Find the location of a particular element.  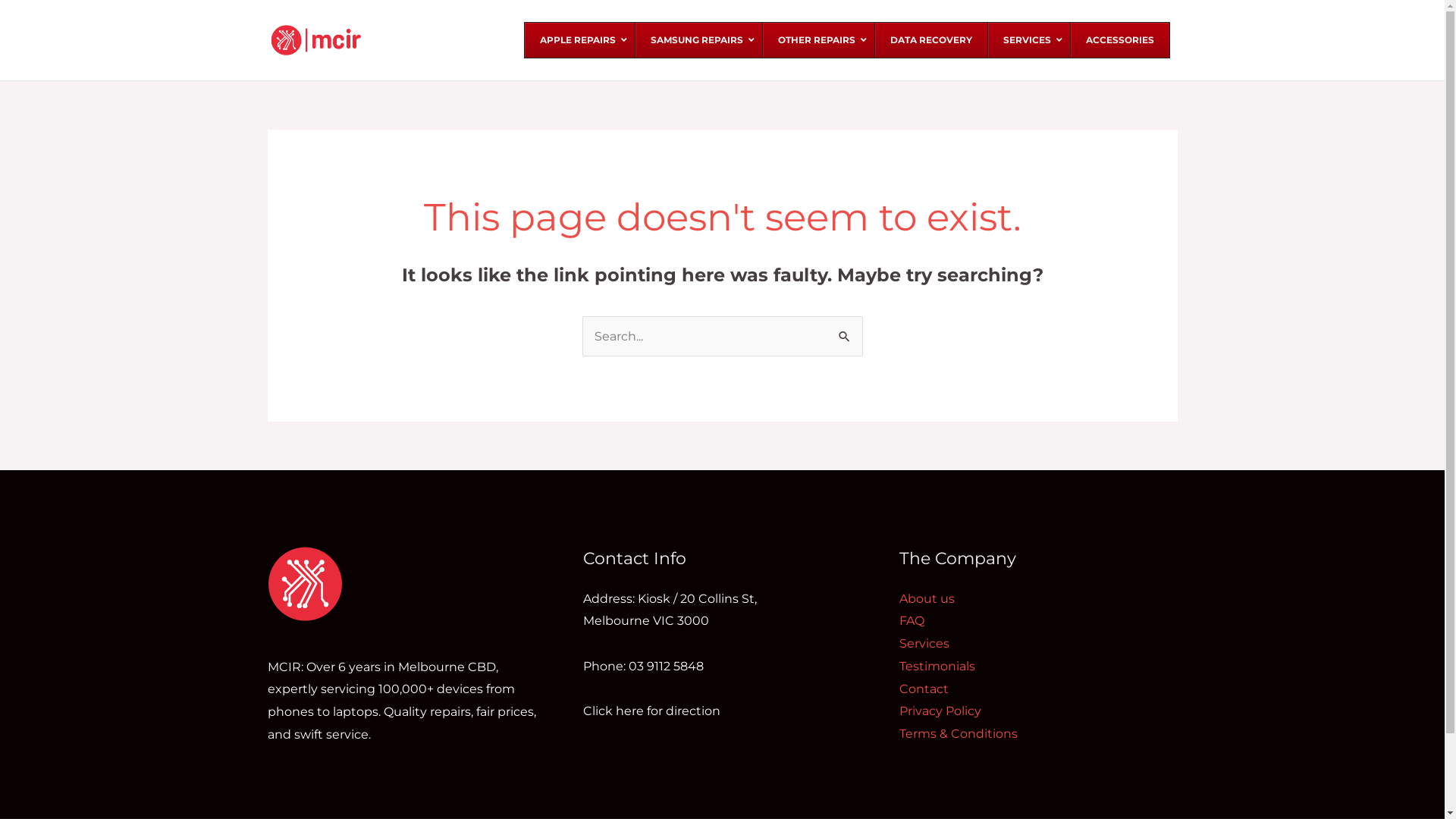

'About us' is located at coordinates (926, 598).